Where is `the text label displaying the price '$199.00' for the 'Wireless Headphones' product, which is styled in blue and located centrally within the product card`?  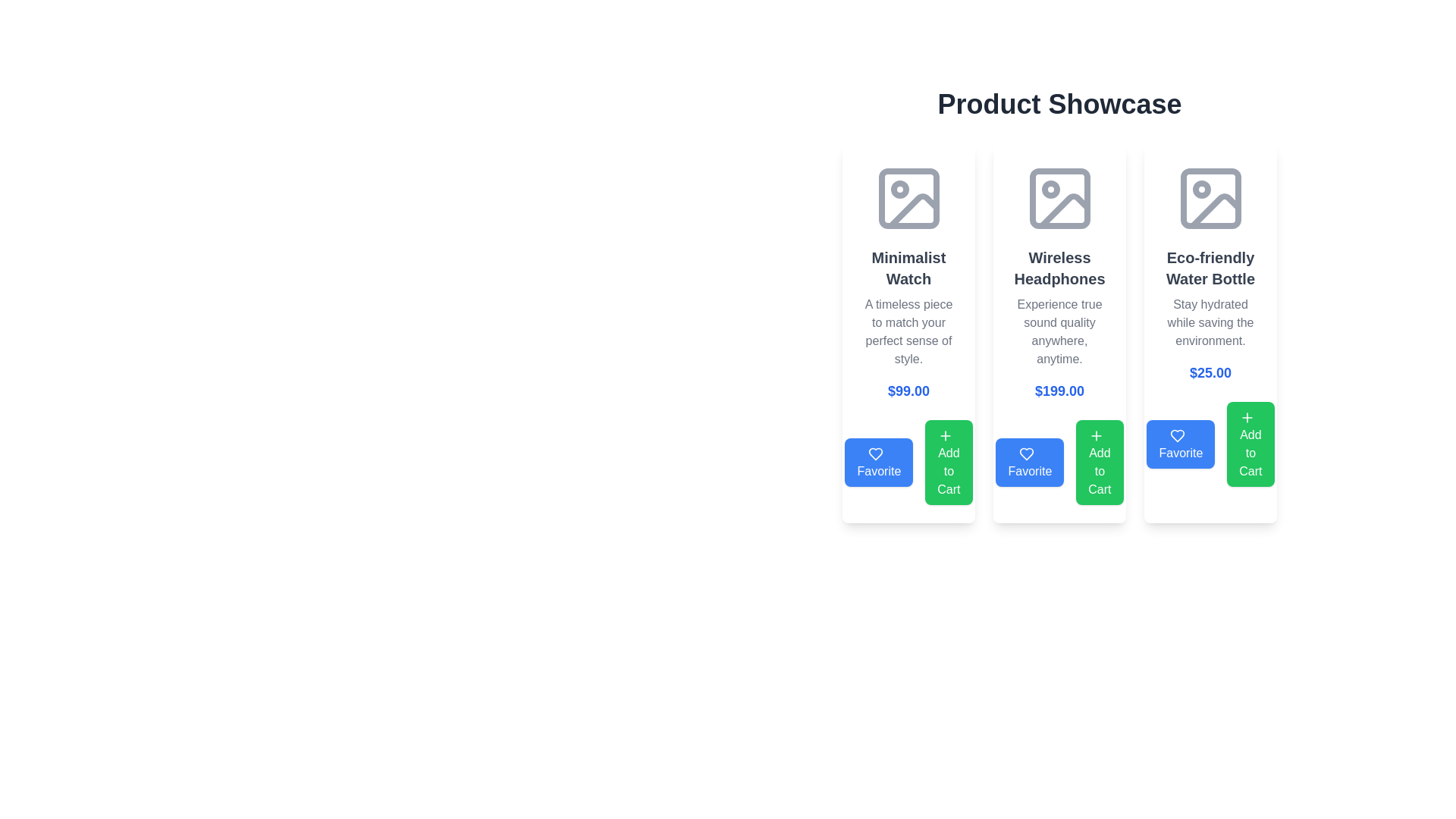 the text label displaying the price '$199.00' for the 'Wireless Headphones' product, which is styled in blue and located centrally within the product card is located at coordinates (1059, 391).